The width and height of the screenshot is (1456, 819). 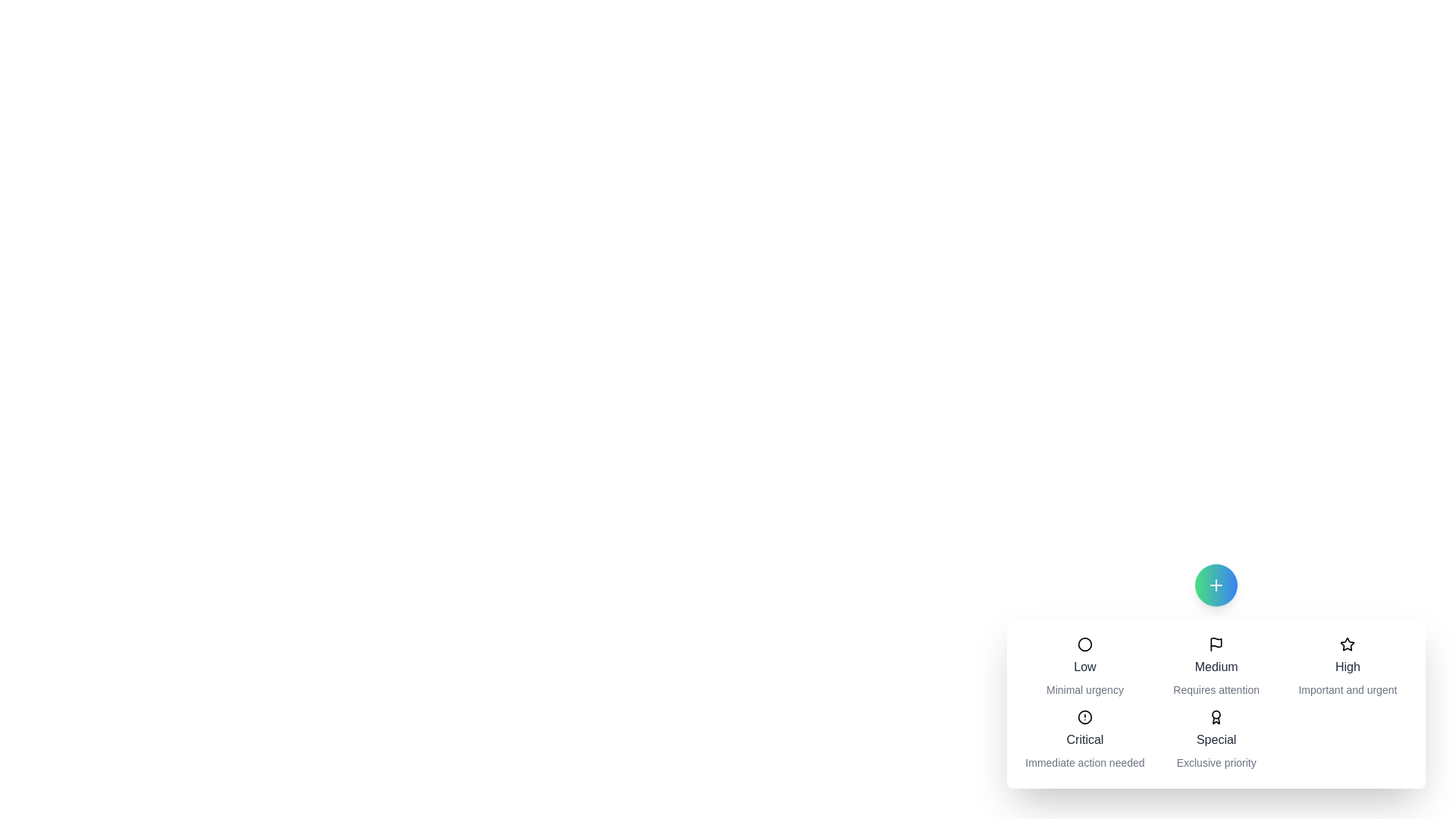 I want to click on '+' button to toggle the menu, so click(x=1216, y=584).